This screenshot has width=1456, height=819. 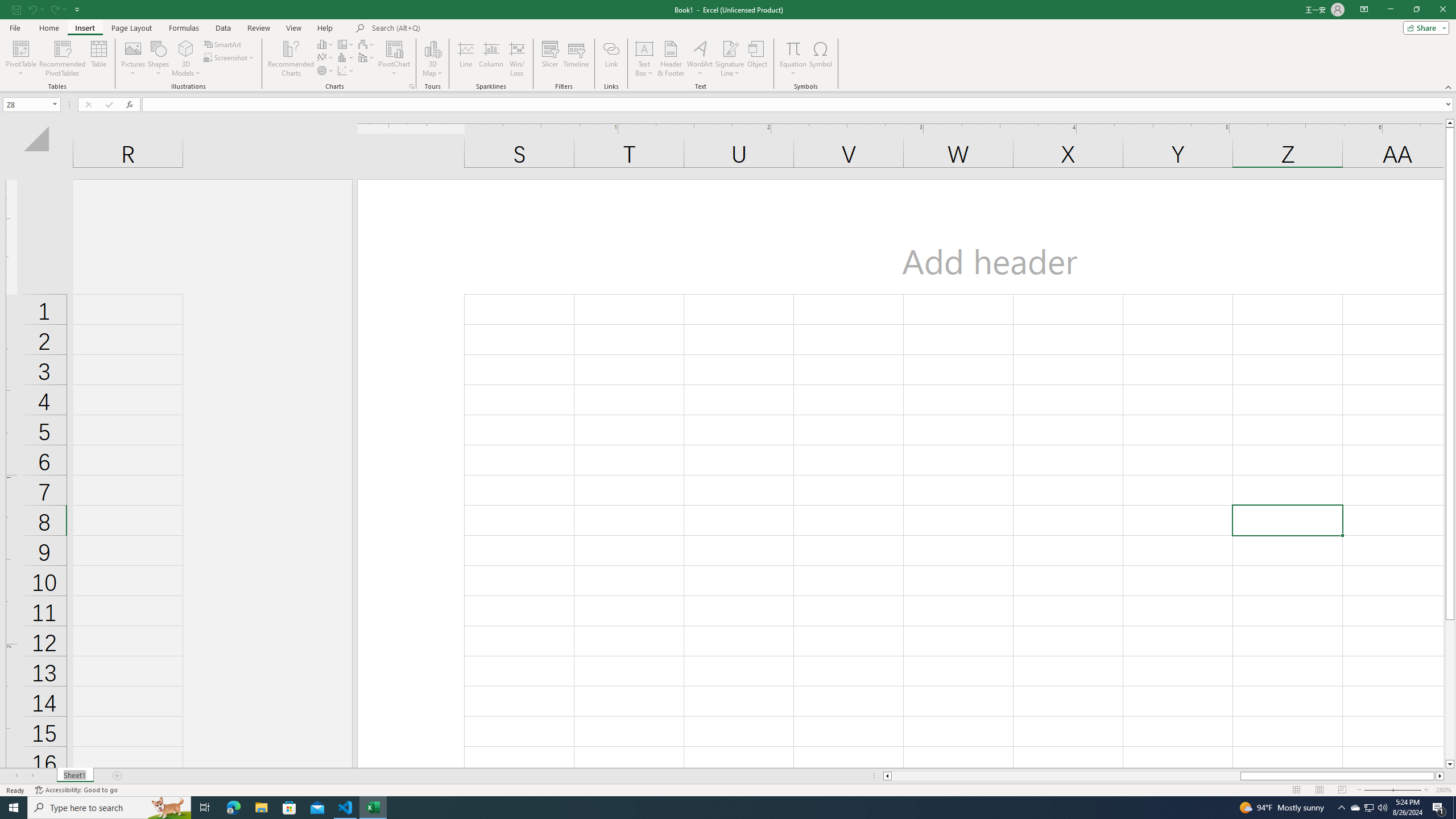 I want to click on 'Timeline', so click(x=575, y=59).